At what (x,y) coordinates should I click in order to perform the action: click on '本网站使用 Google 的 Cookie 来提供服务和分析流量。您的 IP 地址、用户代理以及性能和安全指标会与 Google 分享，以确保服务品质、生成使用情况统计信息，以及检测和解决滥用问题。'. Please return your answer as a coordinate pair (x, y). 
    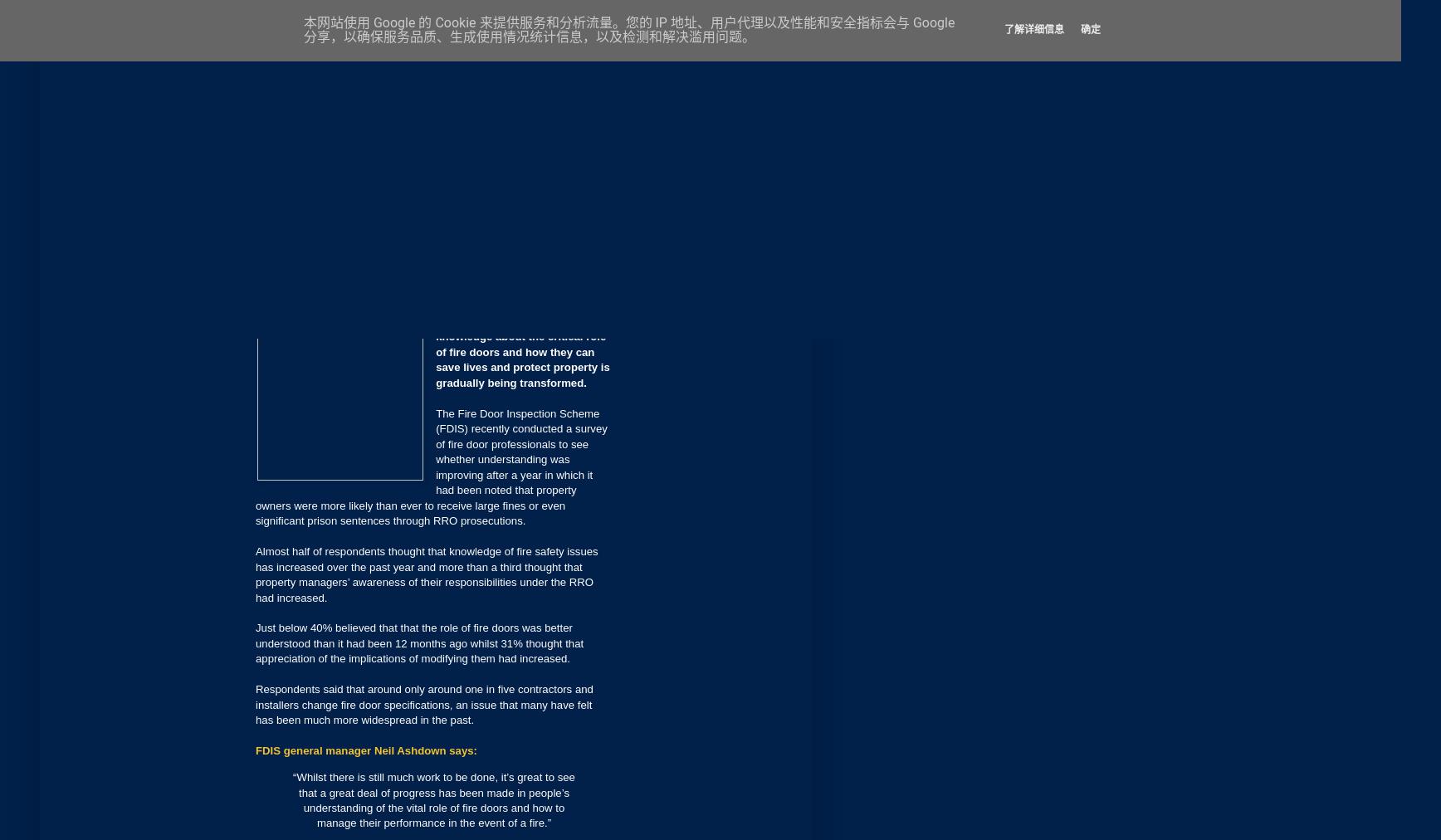
    Looking at the image, I should click on (628, 28).